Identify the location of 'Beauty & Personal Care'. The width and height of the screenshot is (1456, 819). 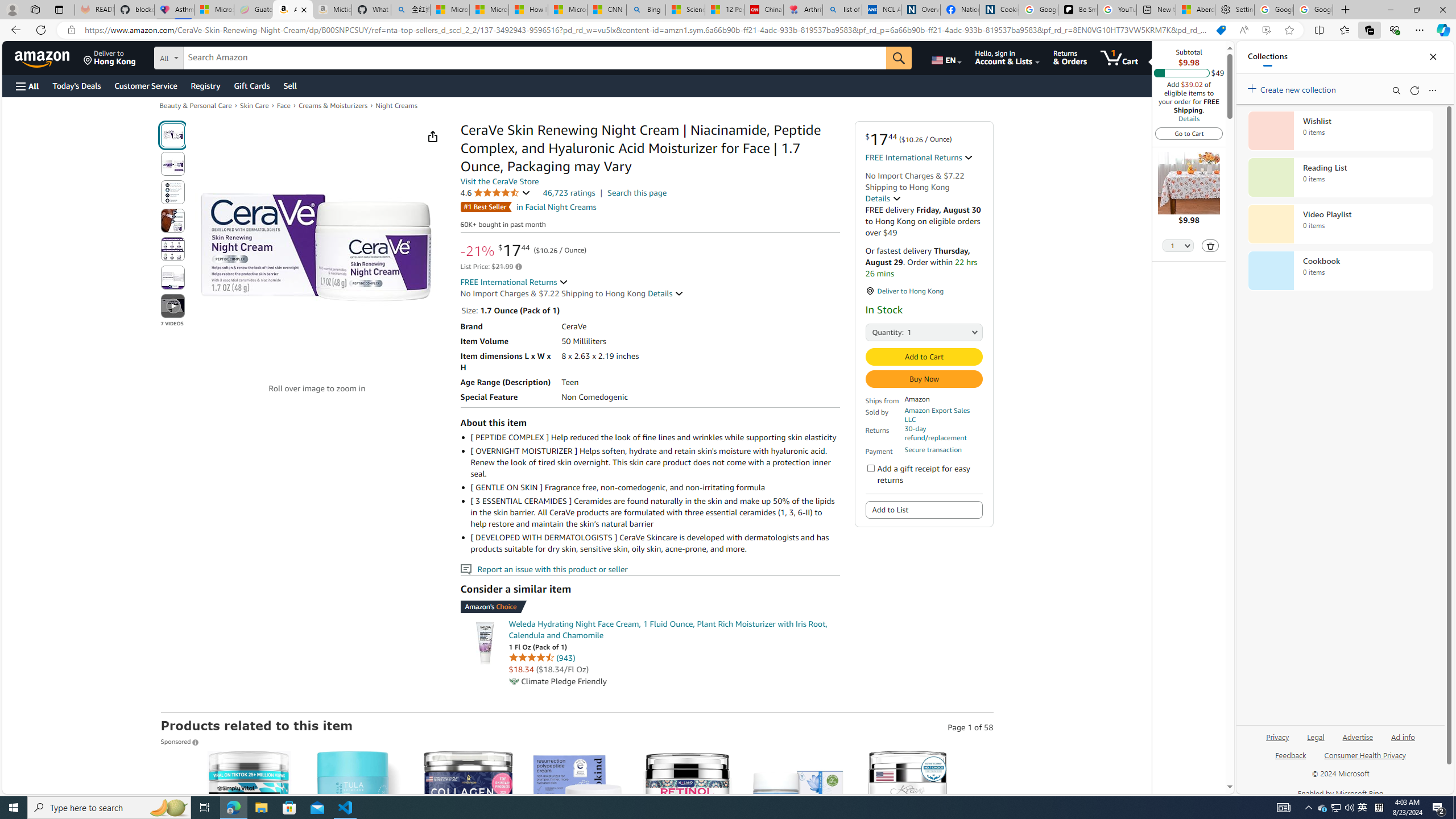
(195, 105).